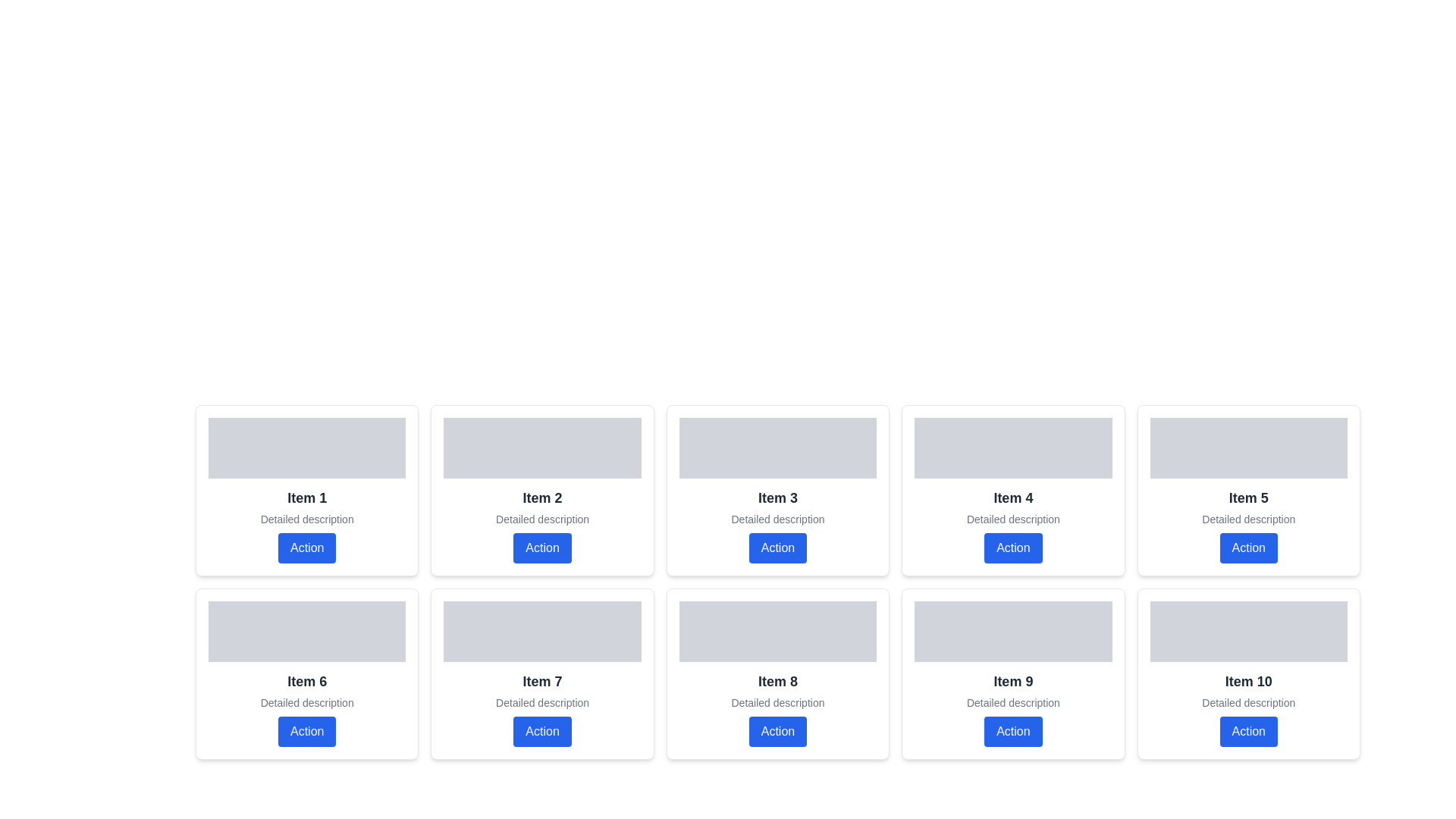  Describe the element at coordinates (1013, 497) in the screenshot. I see `the text 'Item 4' displayed in a large bold font within the card layout` at that location.